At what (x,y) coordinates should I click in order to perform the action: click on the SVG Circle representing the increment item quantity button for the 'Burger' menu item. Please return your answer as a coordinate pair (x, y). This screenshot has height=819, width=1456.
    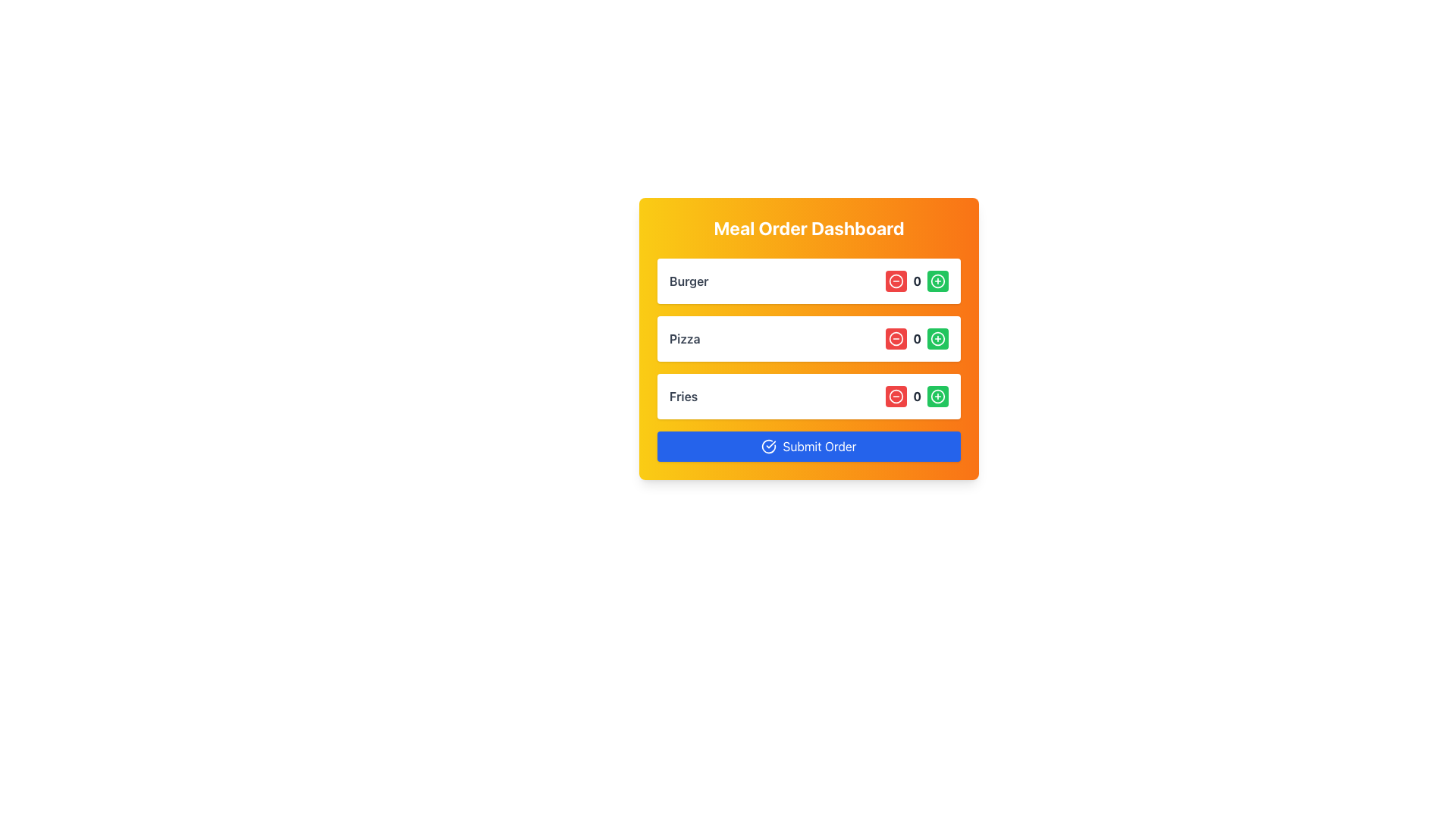
    Looking at the image, I should click on (937, 281).